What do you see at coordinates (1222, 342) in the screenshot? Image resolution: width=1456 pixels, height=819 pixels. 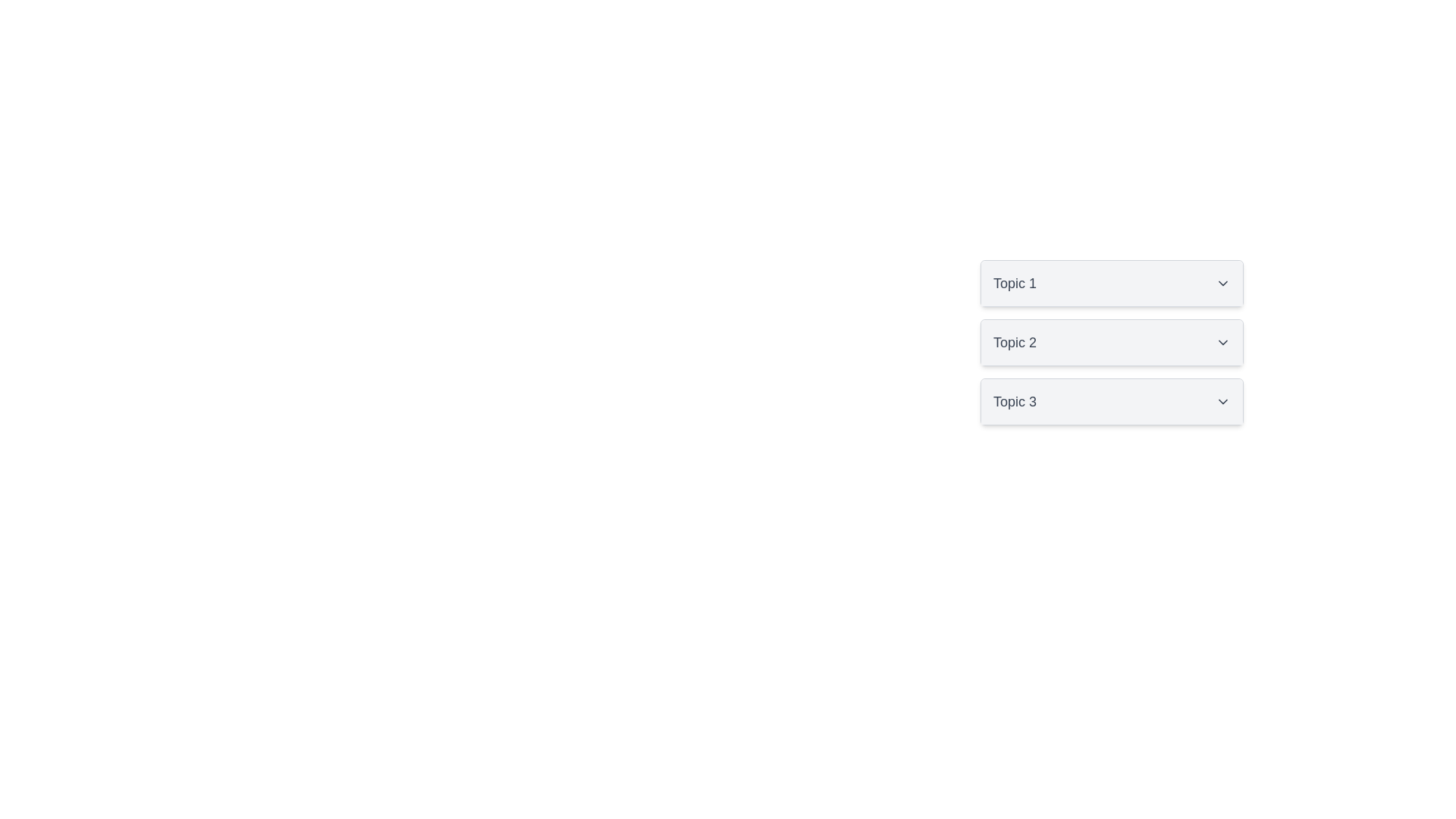 I see `the expandable icon for 'Topic 2'` at bounding box center [1222, 342].